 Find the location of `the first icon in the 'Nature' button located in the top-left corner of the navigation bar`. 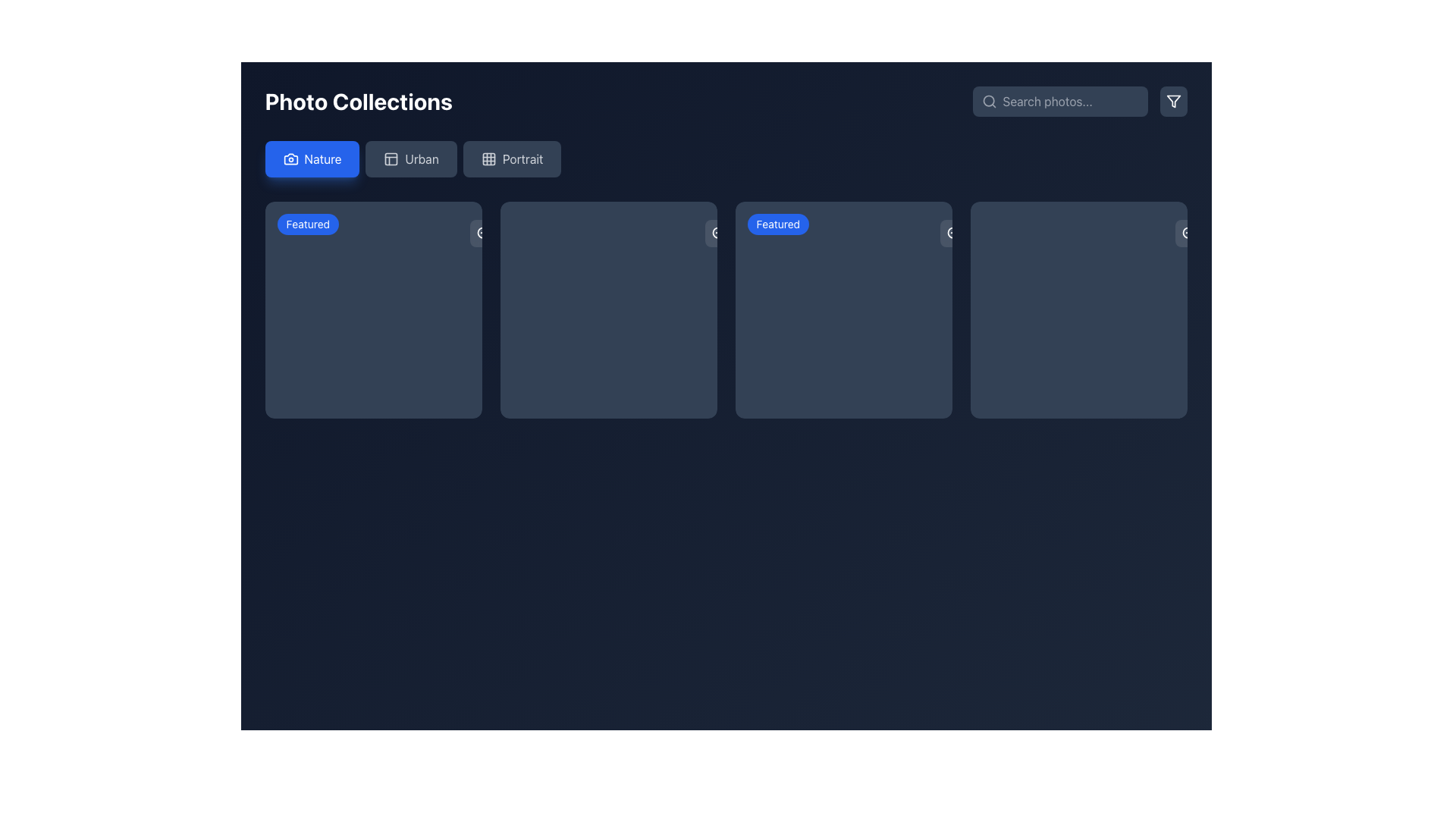

the first icon in the 'Nature' button located in the top-left corner of the navigation bar is located at coordinates (290, 158).